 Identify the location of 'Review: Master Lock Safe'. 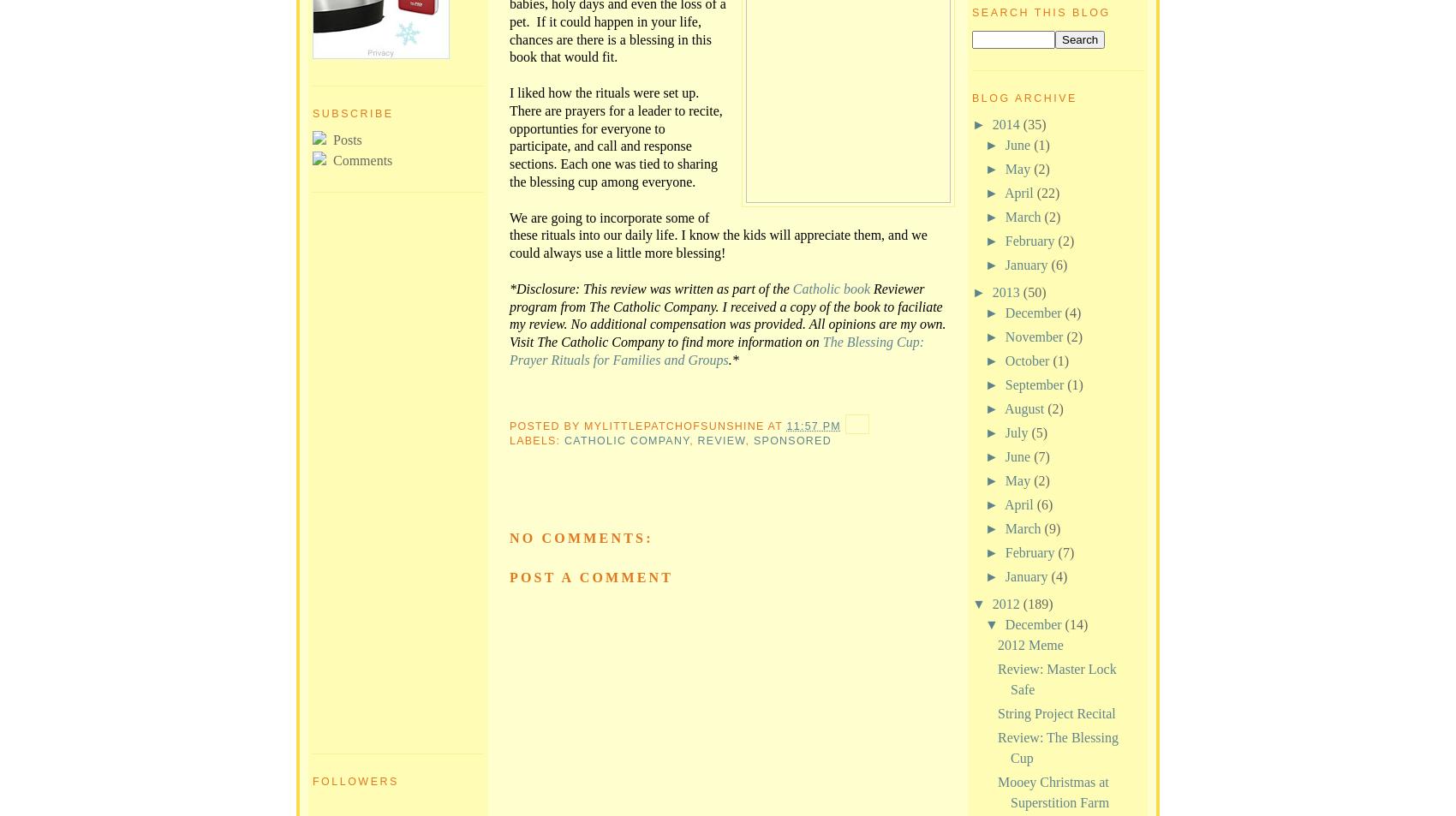
(1056, 678).